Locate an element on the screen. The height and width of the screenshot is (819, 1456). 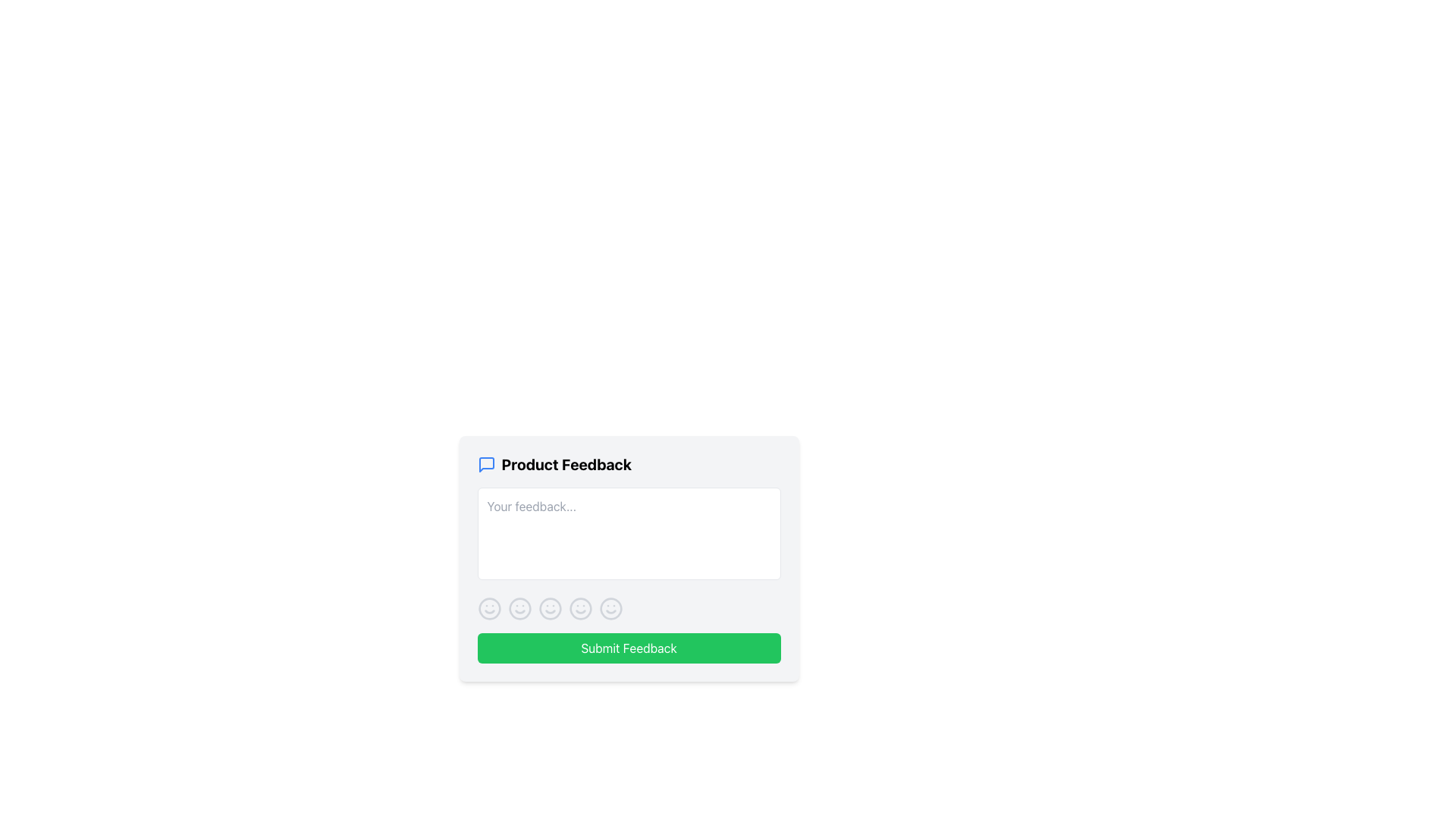
the central circular boundary of the emoji icon, which is the second from the left in a row of five emoji-like feedback buttons at the bottom of the feedback form interface is located at coordinates (549, 607).